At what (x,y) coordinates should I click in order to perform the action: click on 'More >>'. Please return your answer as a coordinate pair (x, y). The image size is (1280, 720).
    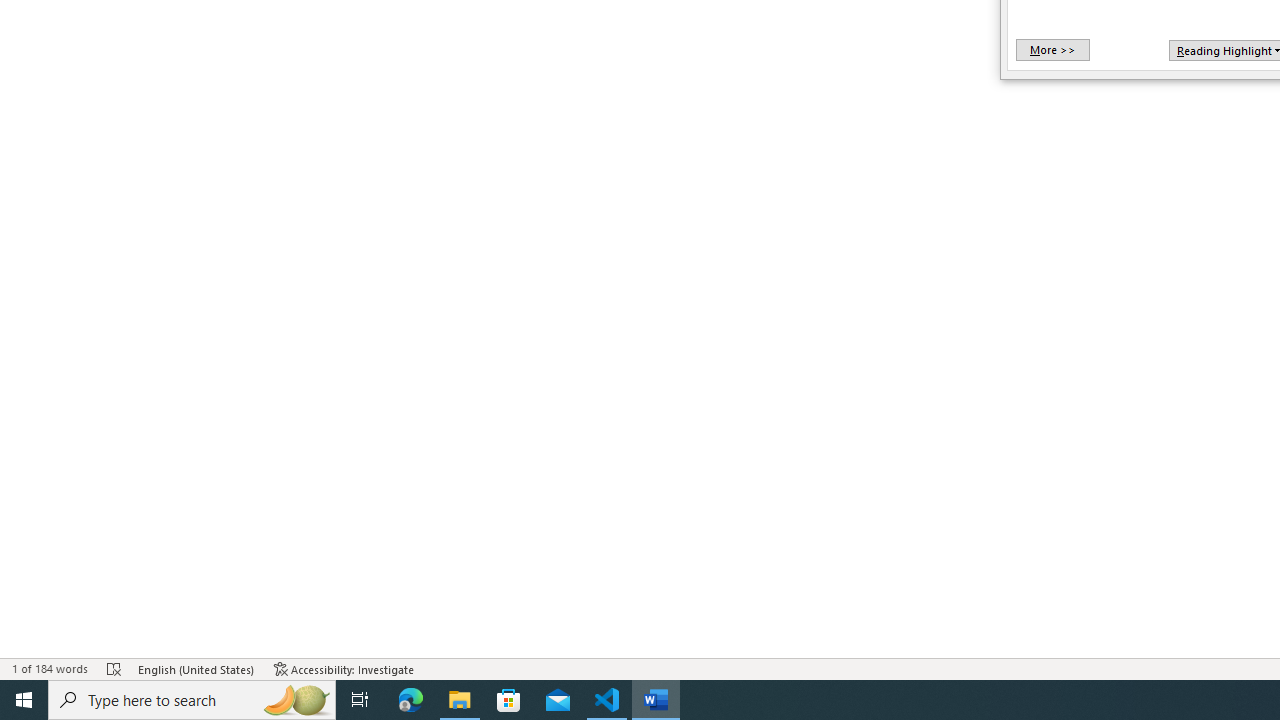
    Looking at the image, I should click on (1051, 49).